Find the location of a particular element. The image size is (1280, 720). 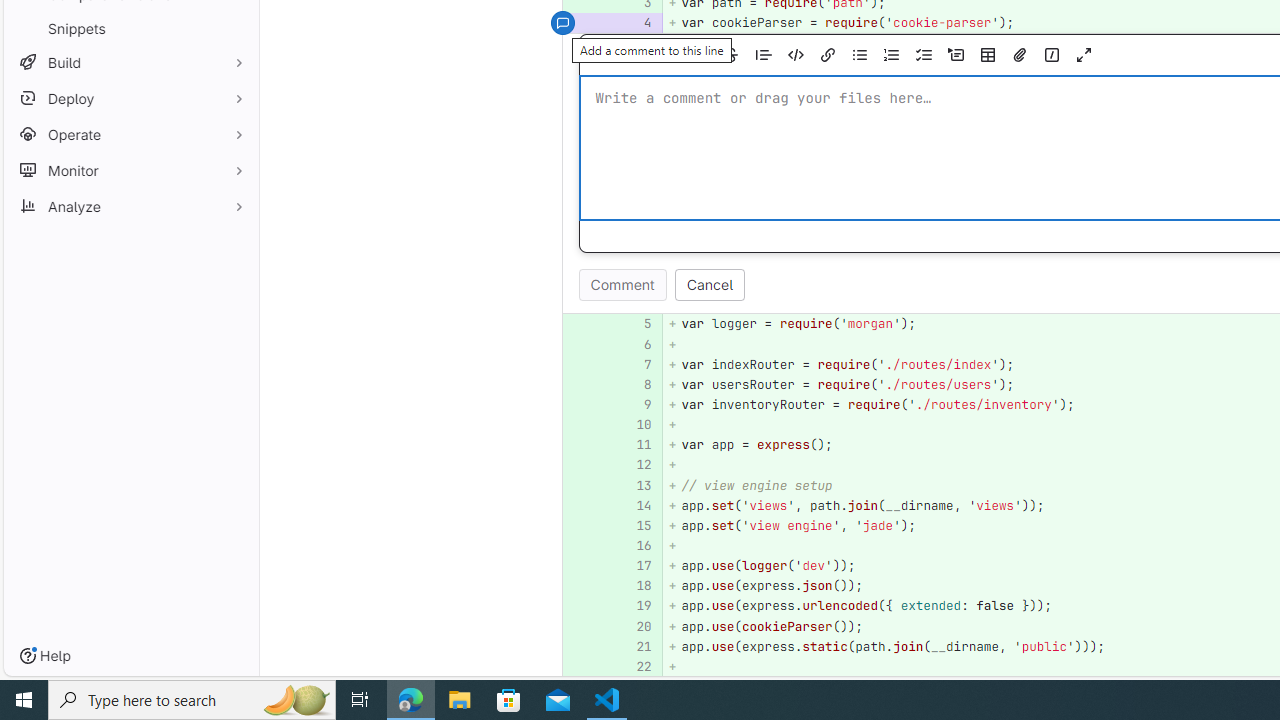

'Add a bullet list' is located at coordinates (859, 54).